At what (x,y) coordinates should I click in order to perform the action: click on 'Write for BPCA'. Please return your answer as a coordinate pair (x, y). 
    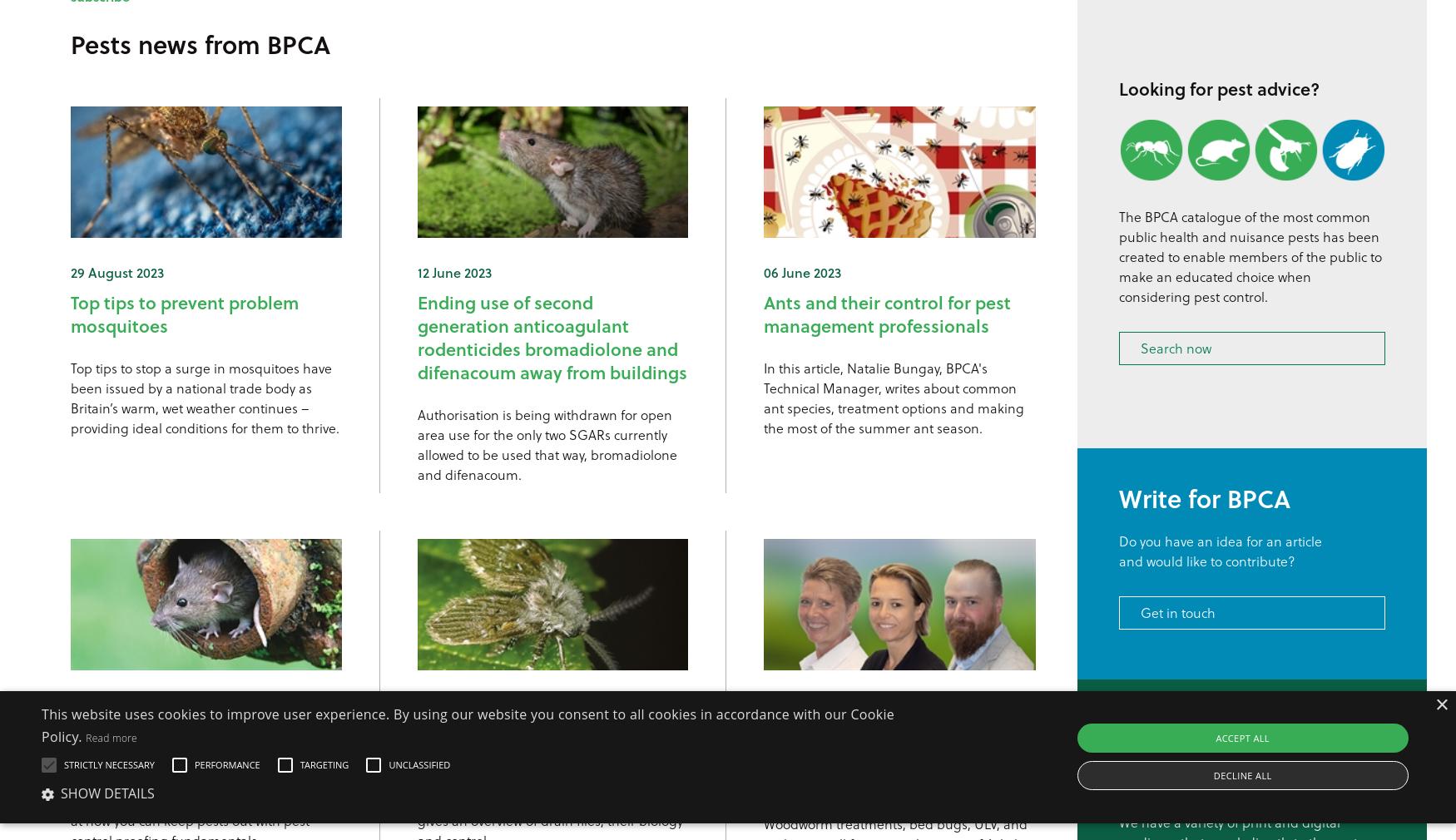
    Looking at the image, I should click on (1204, 497).